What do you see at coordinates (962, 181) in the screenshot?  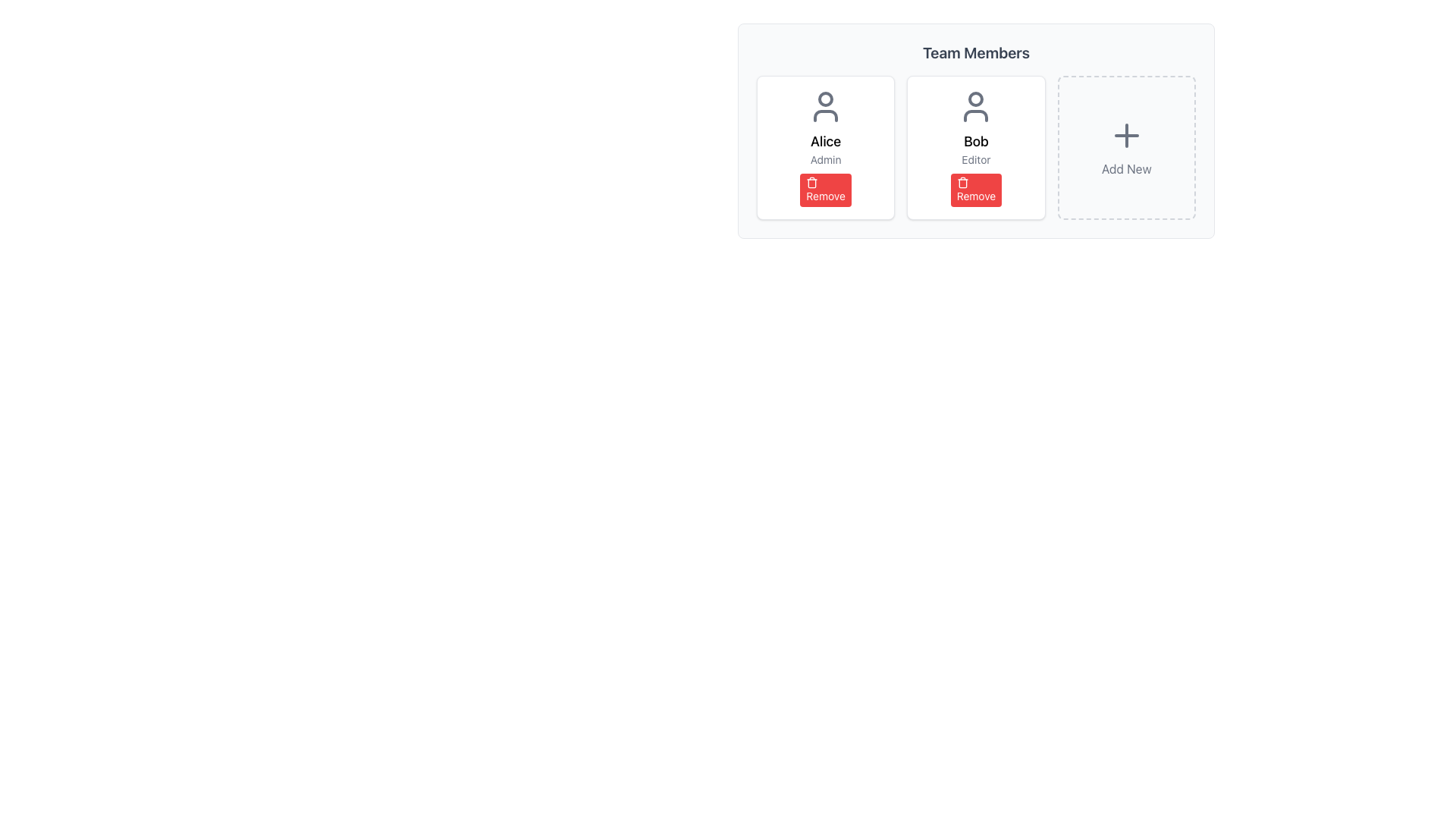 I see `the 'Remove' button icon below Bob's card in the 'Team Members' section` at bounding box center [962, 181].